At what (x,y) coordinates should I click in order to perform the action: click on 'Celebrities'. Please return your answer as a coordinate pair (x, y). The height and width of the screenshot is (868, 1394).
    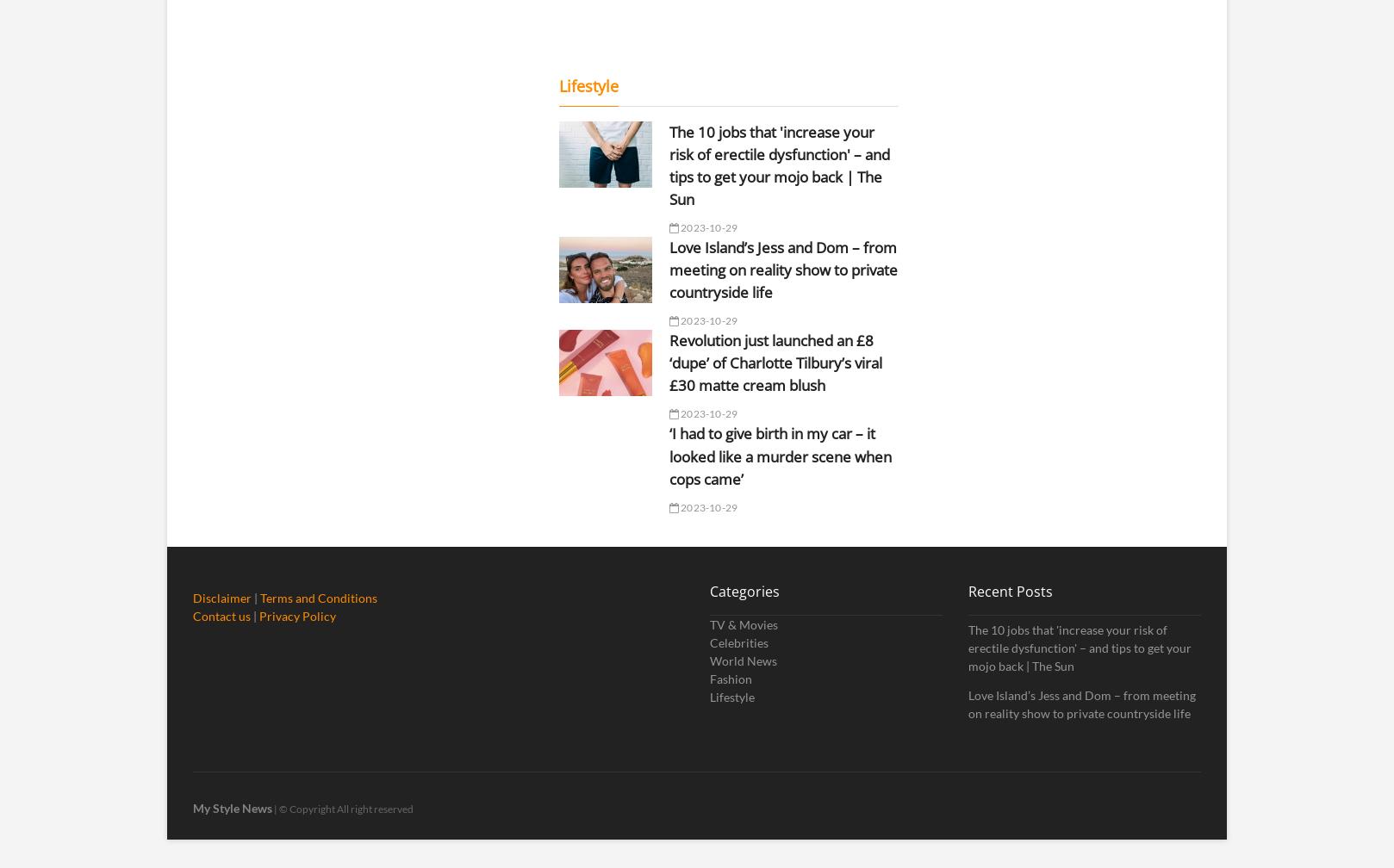
    Looking at the image, I should click on (739, 642).